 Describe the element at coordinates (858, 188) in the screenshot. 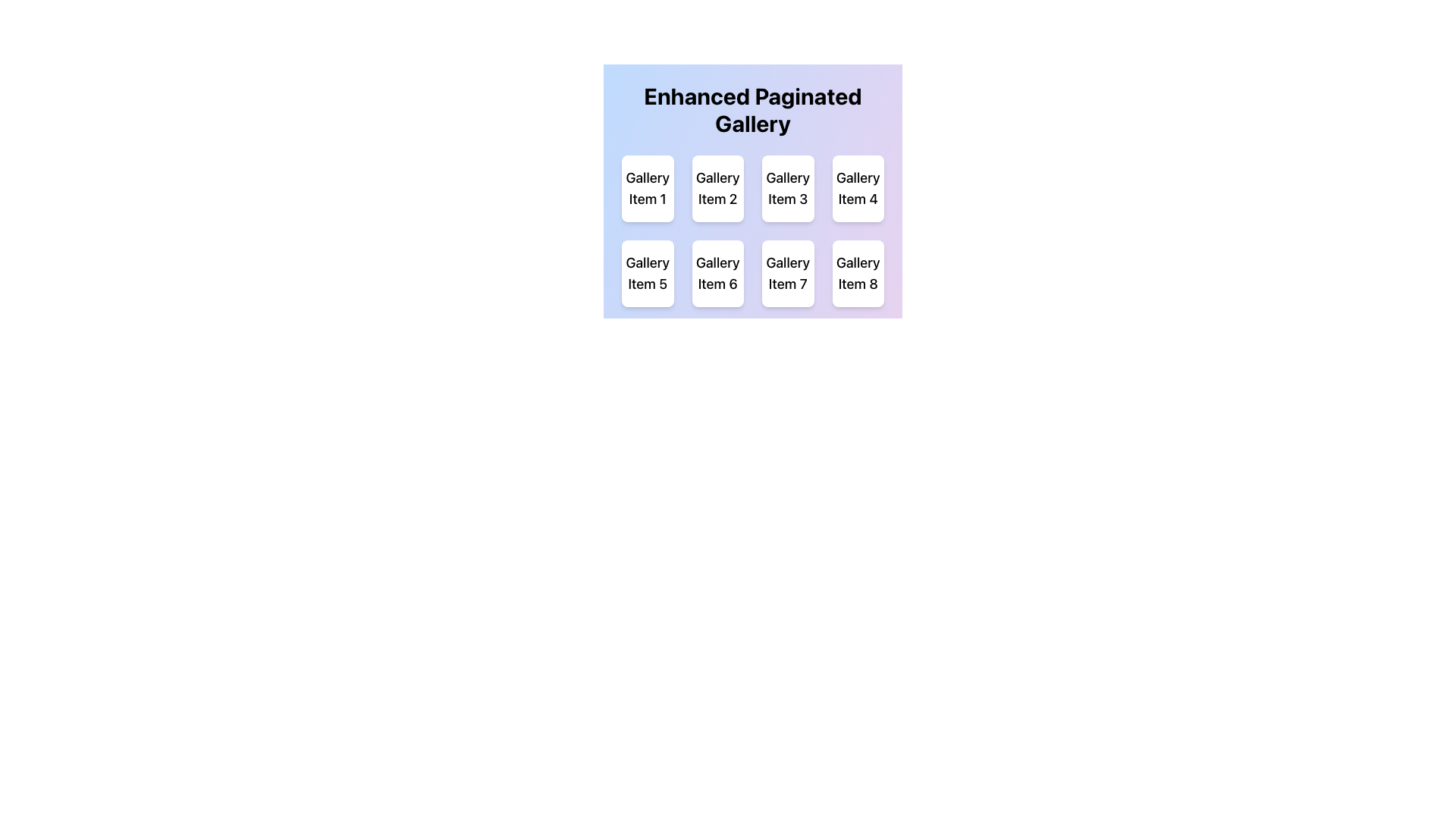

I see `the fourth item in the grid of the Enhanced Paginated Gallery, which serves as a visual representation of a gallery item` at that location.